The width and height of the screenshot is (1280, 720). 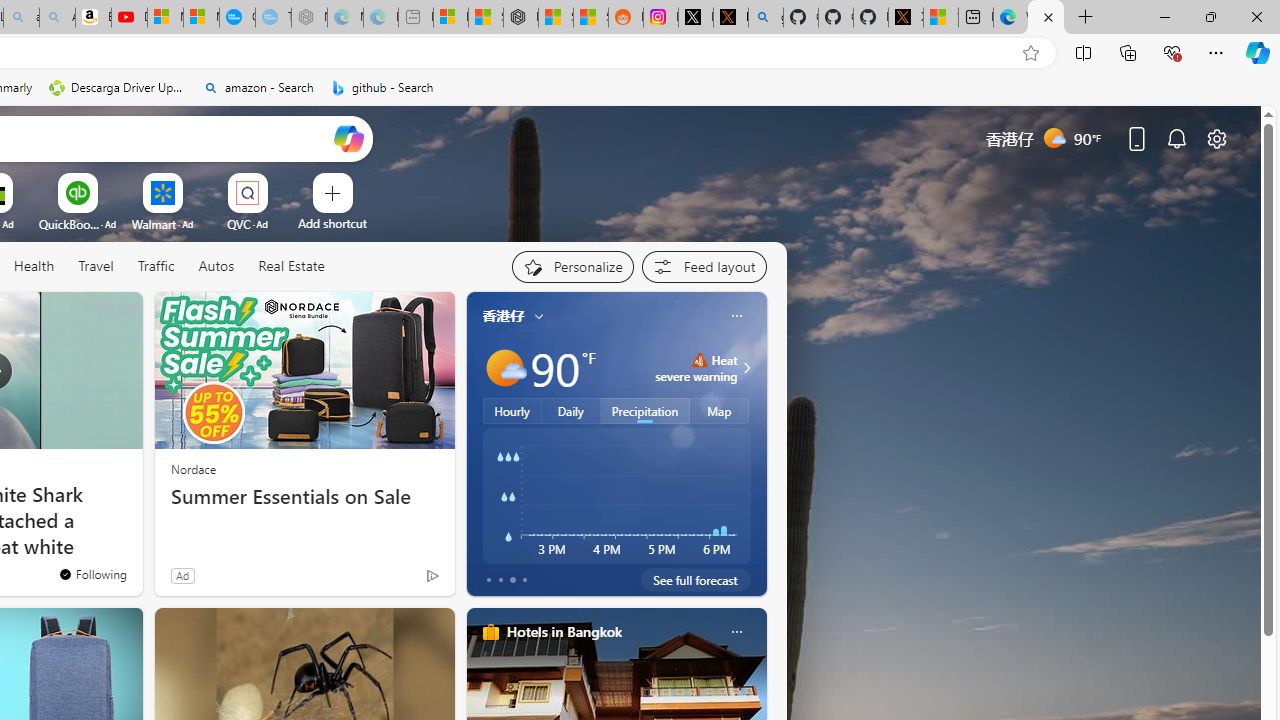 I want to click on 'github - Search', so click(x=382, y=87).